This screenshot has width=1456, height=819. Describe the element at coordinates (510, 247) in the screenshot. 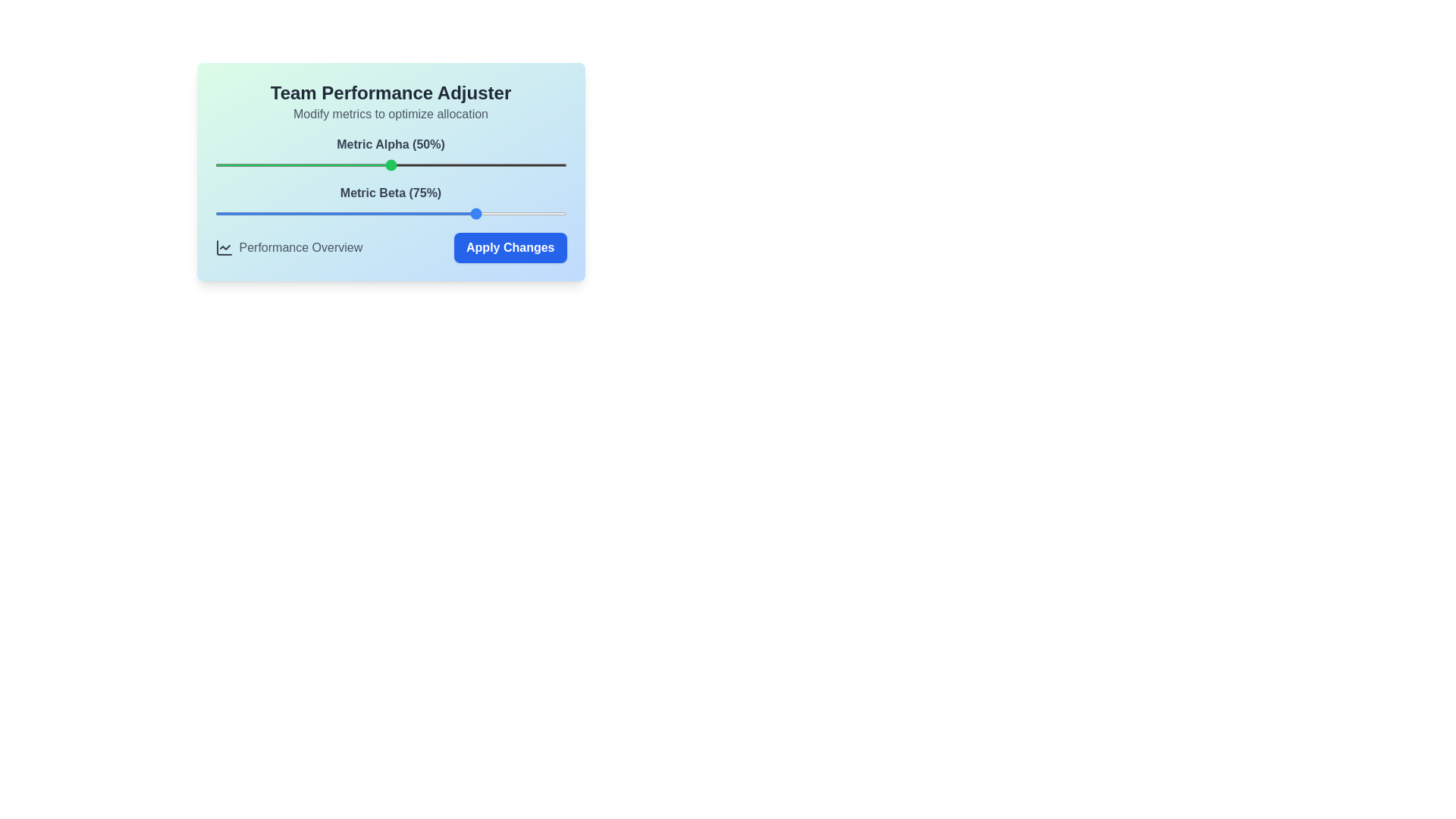

I see `'Apply Changes' button` at that location.